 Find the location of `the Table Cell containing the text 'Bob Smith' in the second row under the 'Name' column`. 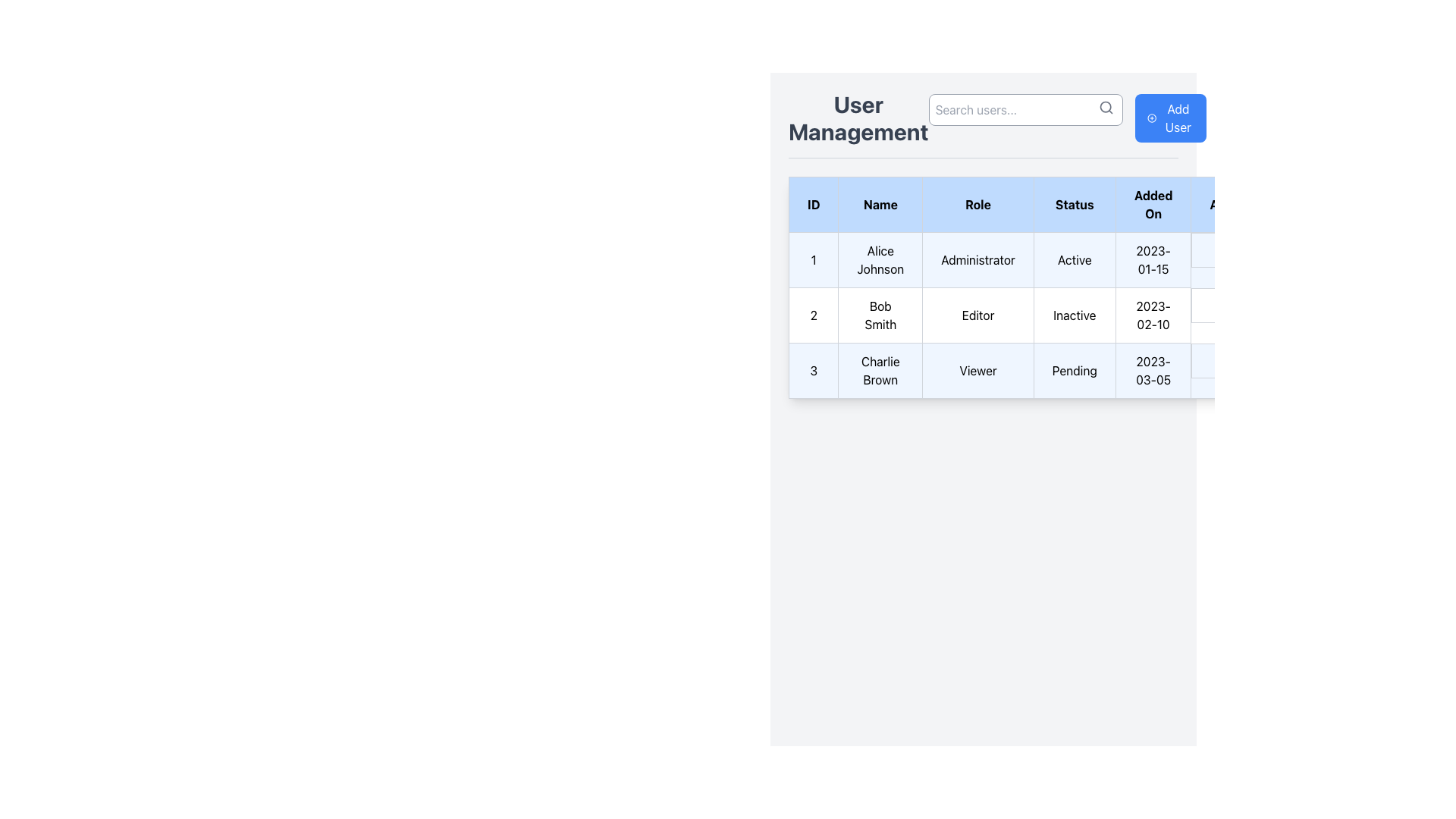

the Table Cell containing the text 'Bob Smith' in the second row under the 'Name' column is located at coordinates (880, 315).